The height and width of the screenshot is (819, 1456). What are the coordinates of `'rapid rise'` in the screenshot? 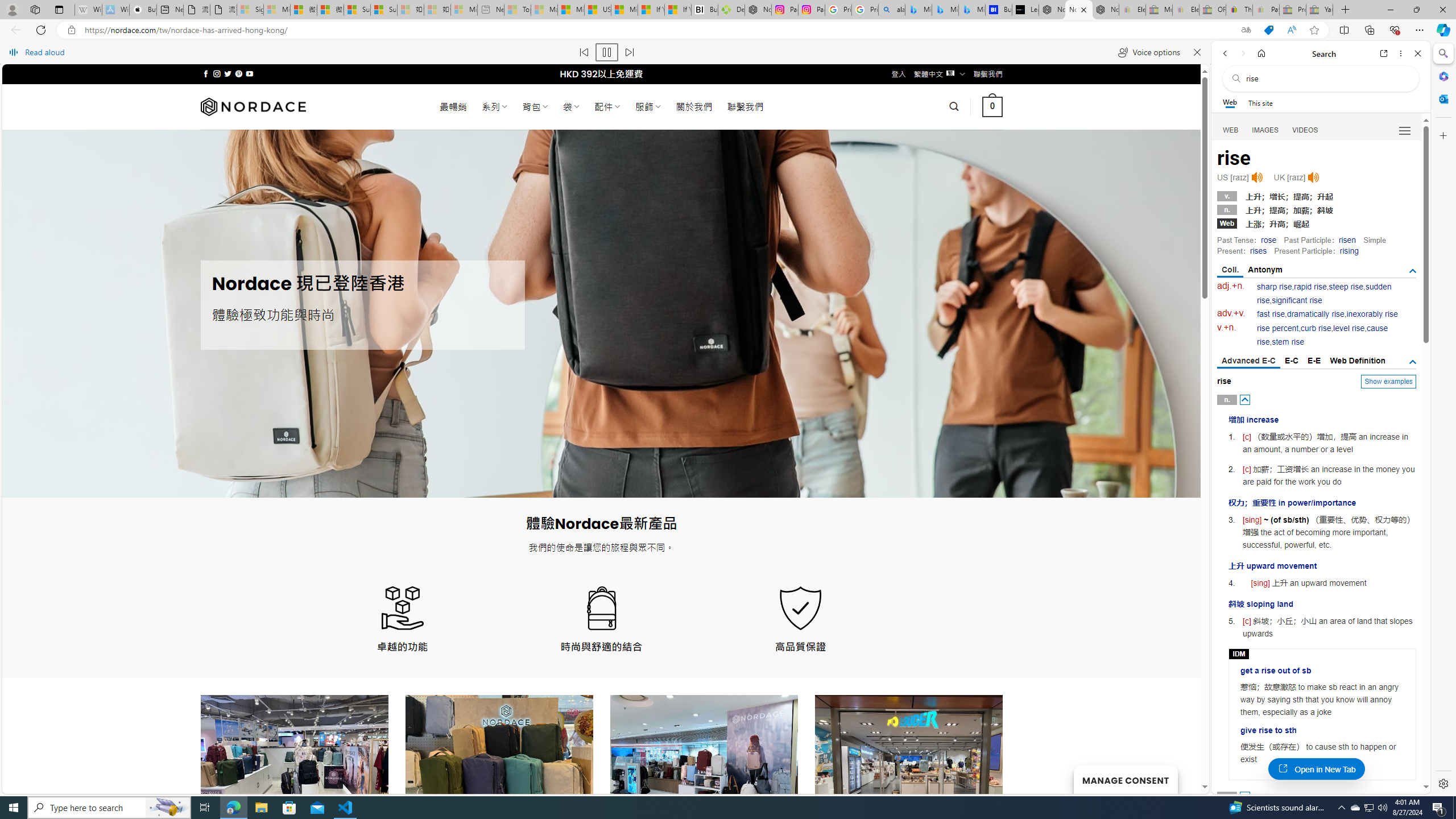 It's located at (1310, 286).